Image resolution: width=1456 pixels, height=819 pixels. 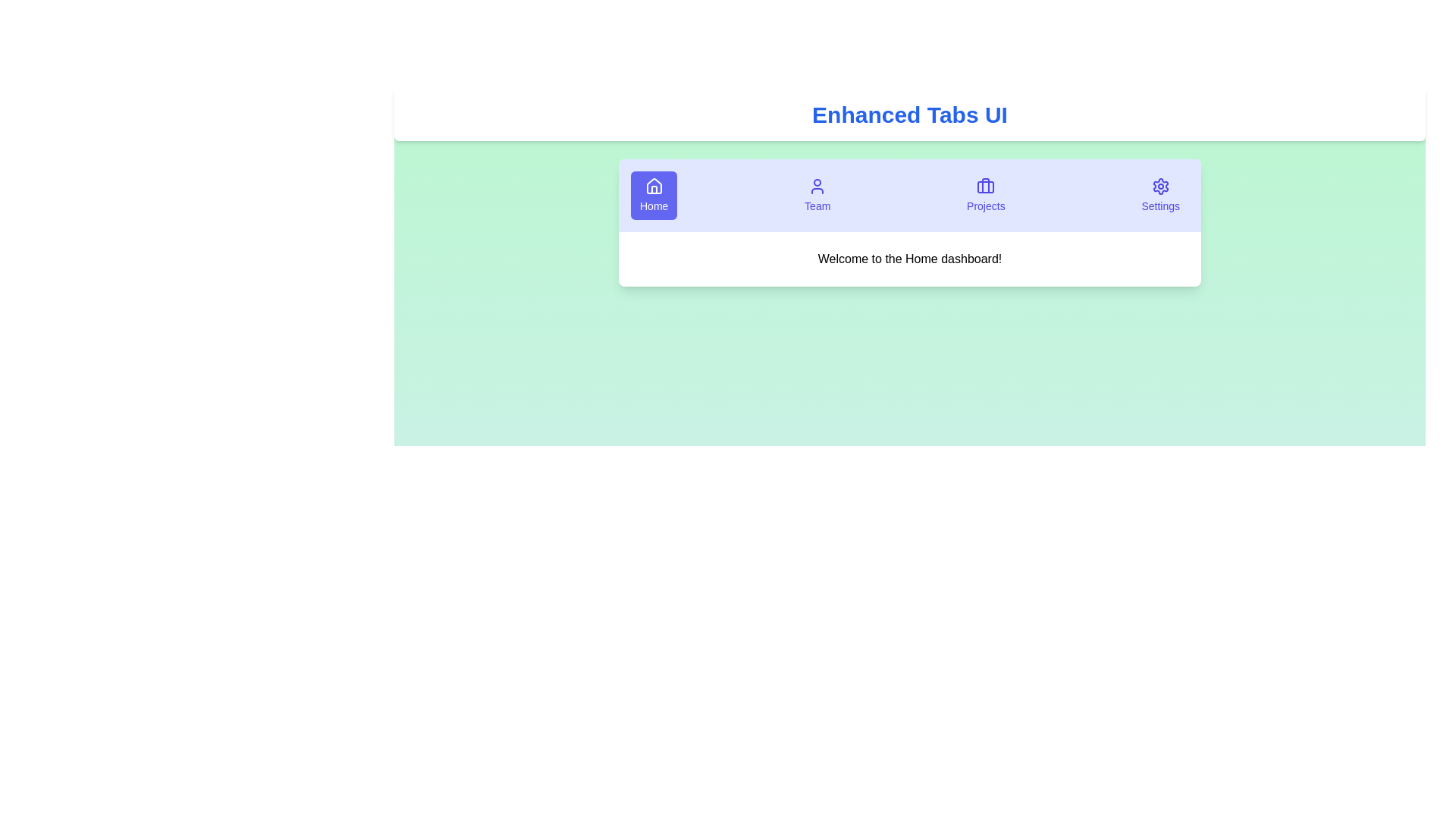 I want to click on the 'Home' button in the navigation menu, which is a purple rectangular button with rounded corners displaying a house icon and the text 'Home' in white, so click(x=654, y=195).